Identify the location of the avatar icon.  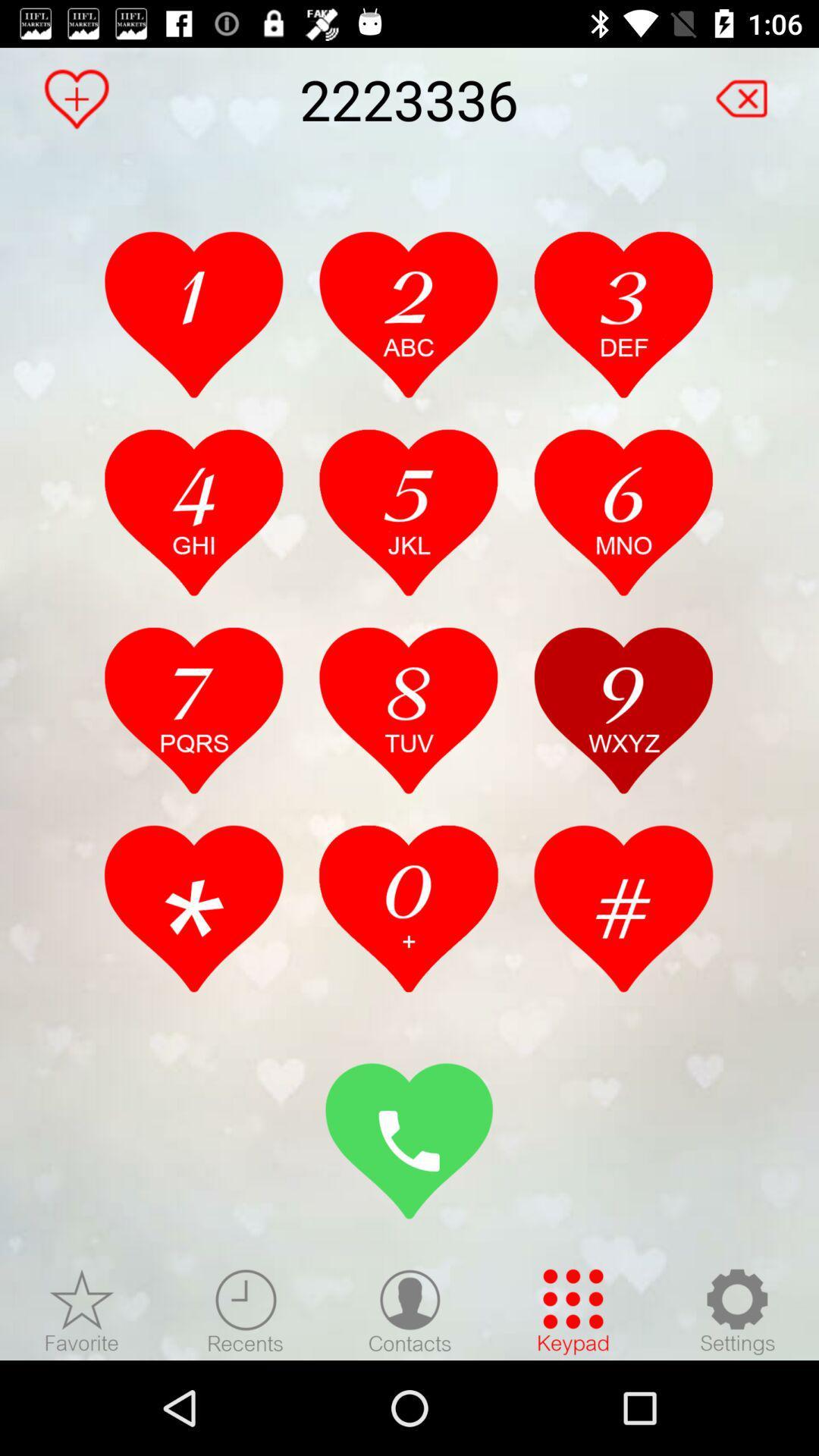
(409, 1310).